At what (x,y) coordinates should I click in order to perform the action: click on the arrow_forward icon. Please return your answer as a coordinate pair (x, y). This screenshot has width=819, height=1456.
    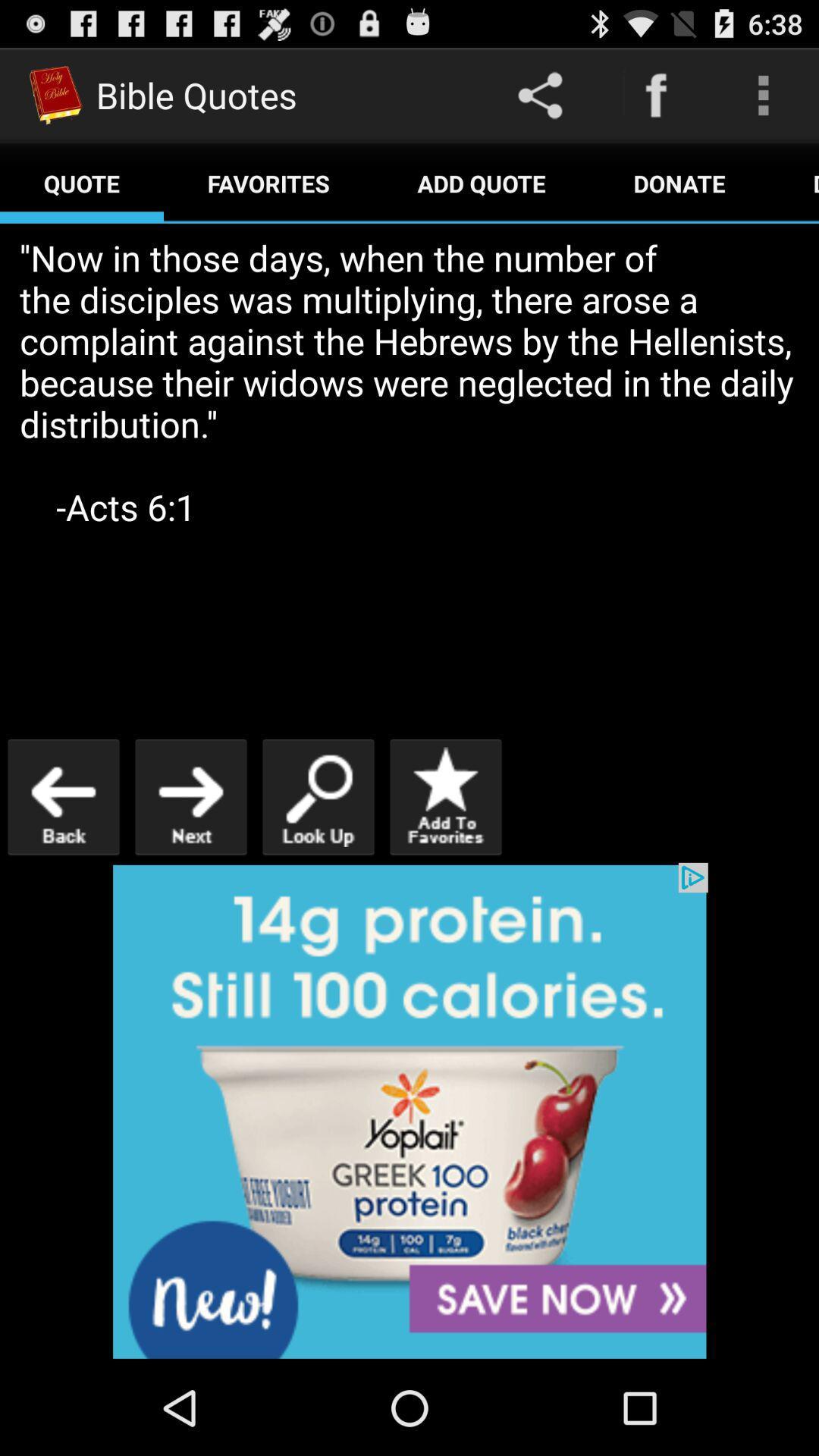
    Looking at the image, I should click on (190, 852).